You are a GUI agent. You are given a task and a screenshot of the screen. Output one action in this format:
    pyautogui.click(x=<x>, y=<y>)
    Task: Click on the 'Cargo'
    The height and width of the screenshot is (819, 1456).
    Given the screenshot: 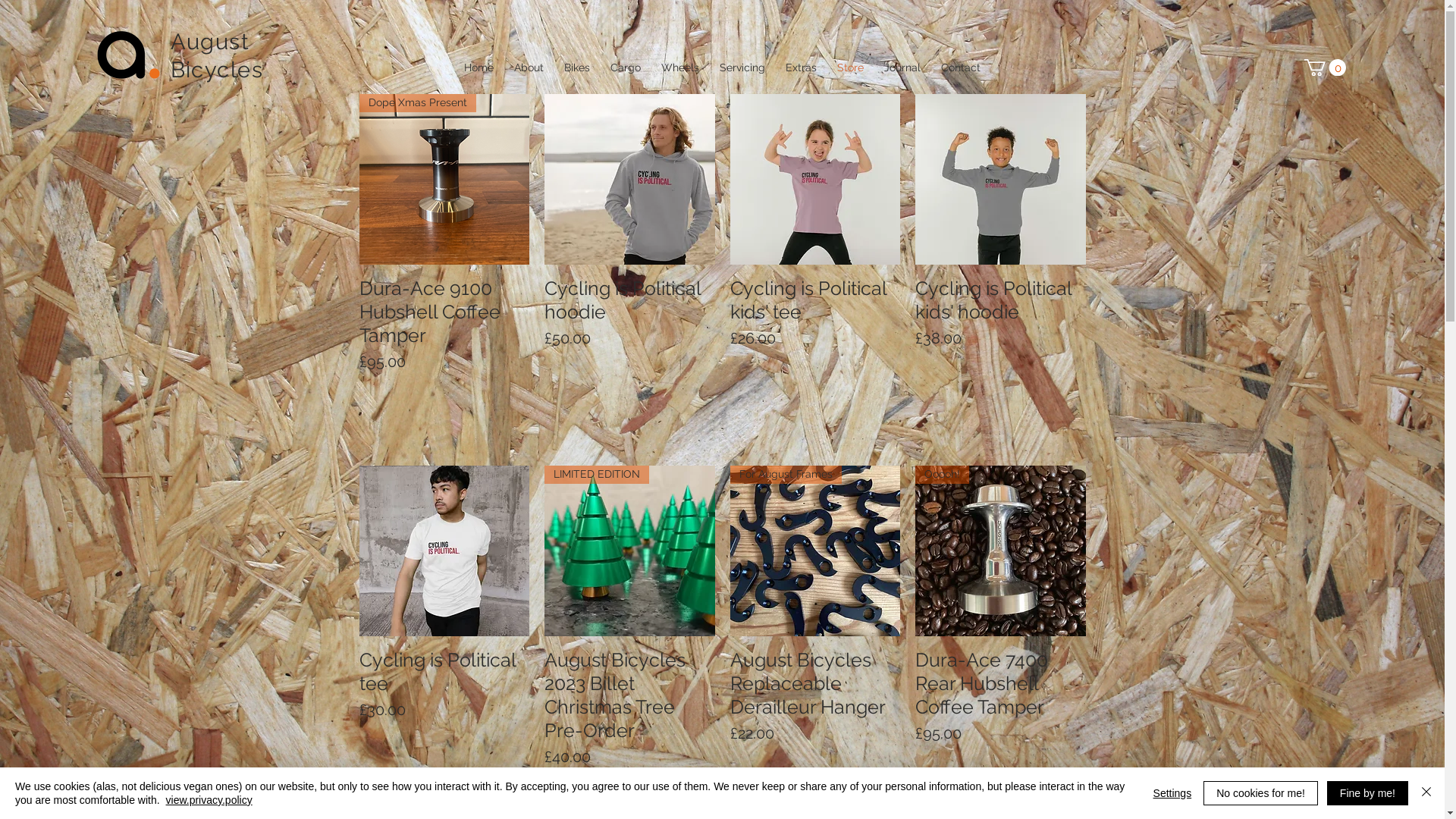 What is the action you would take?
    pyautogui.click(x=626, y=66)
    